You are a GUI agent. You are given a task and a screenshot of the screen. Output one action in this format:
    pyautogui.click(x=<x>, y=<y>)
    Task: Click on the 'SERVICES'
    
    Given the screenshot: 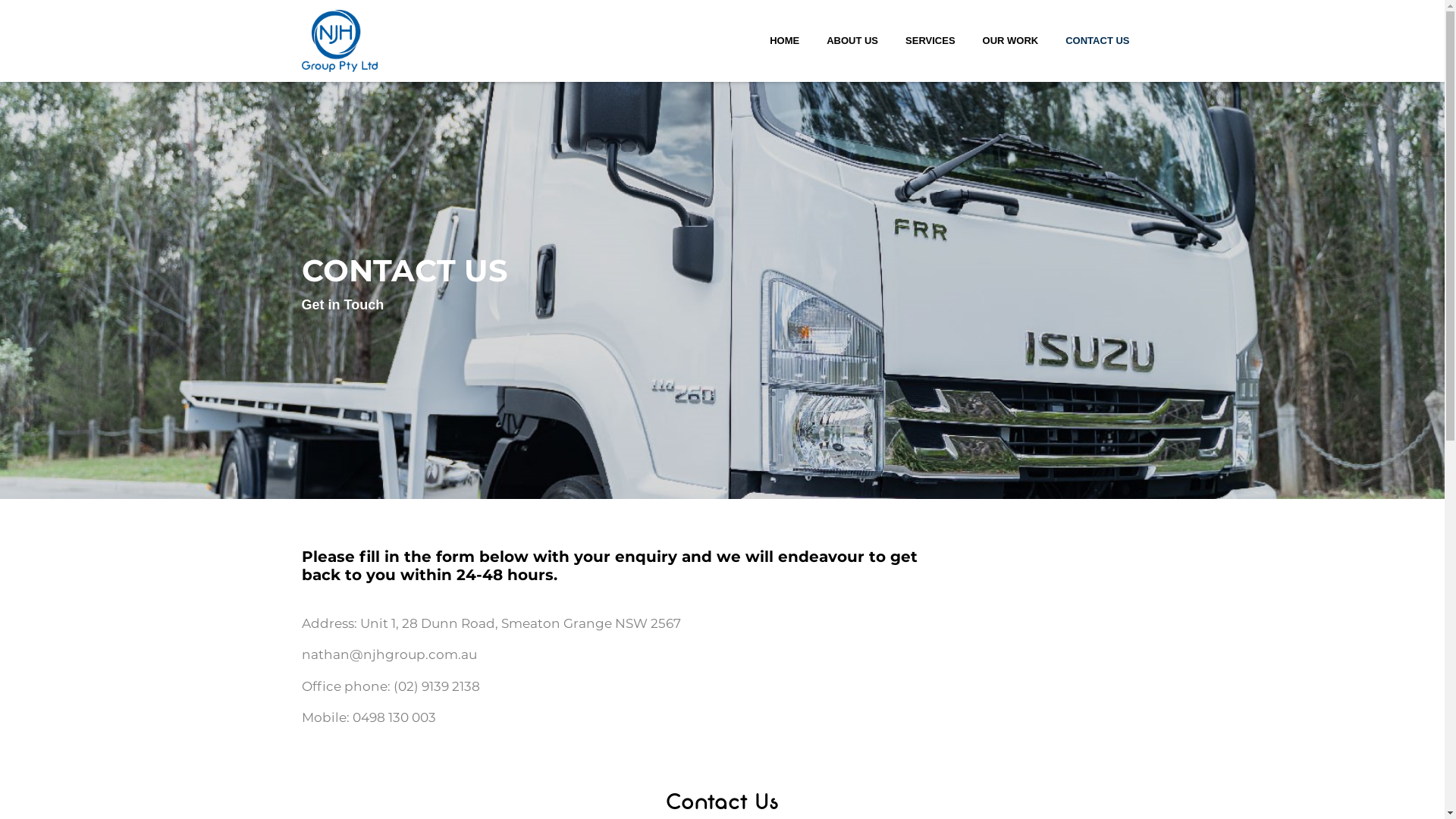 What is the action you would take?
    pyautogui.click(x=899, y=40)
    